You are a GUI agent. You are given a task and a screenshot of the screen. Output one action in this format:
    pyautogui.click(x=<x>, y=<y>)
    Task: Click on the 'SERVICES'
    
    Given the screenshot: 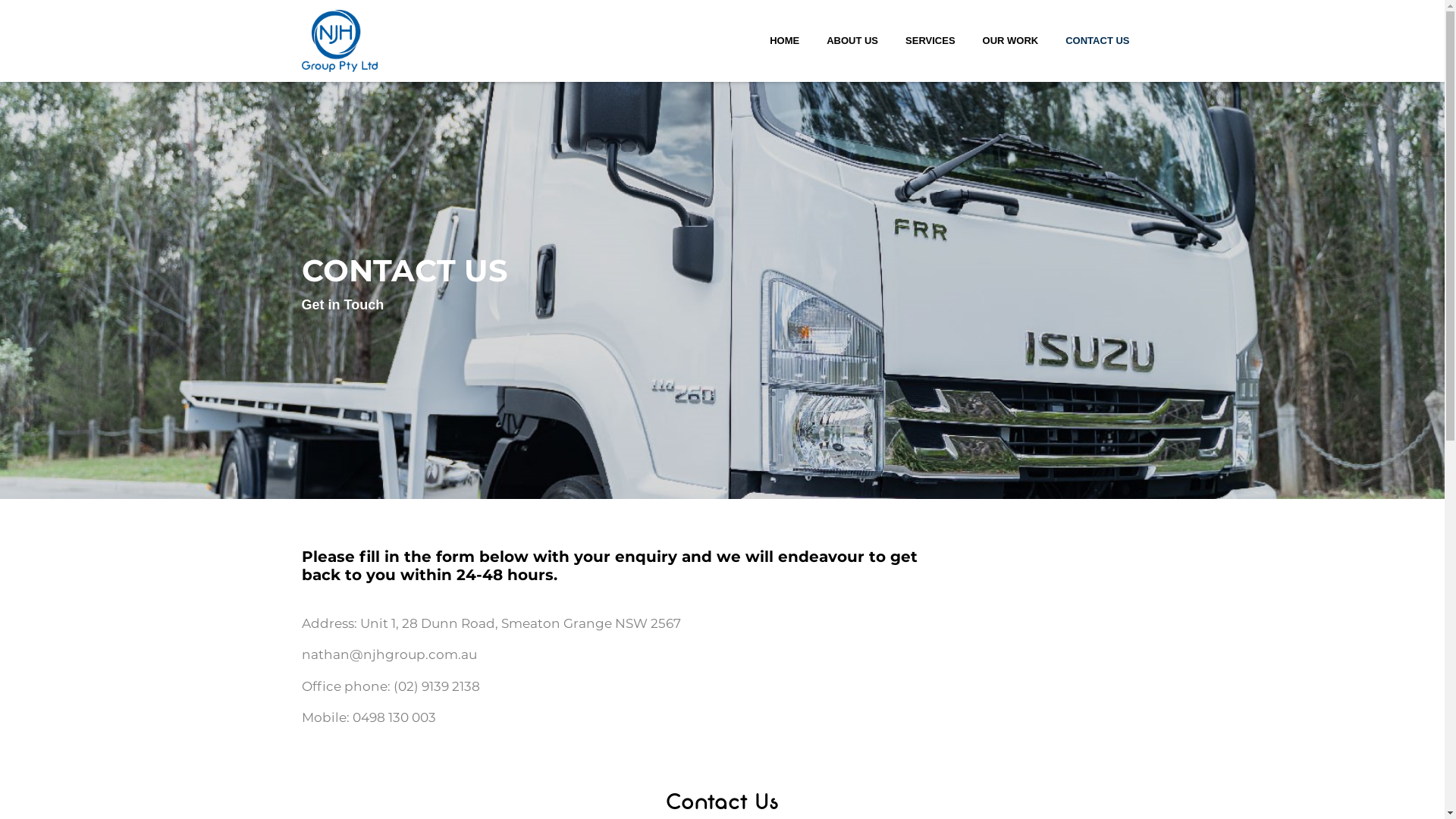 What is the action you would take?
    pyautogui.click(x=899, y=40)
    